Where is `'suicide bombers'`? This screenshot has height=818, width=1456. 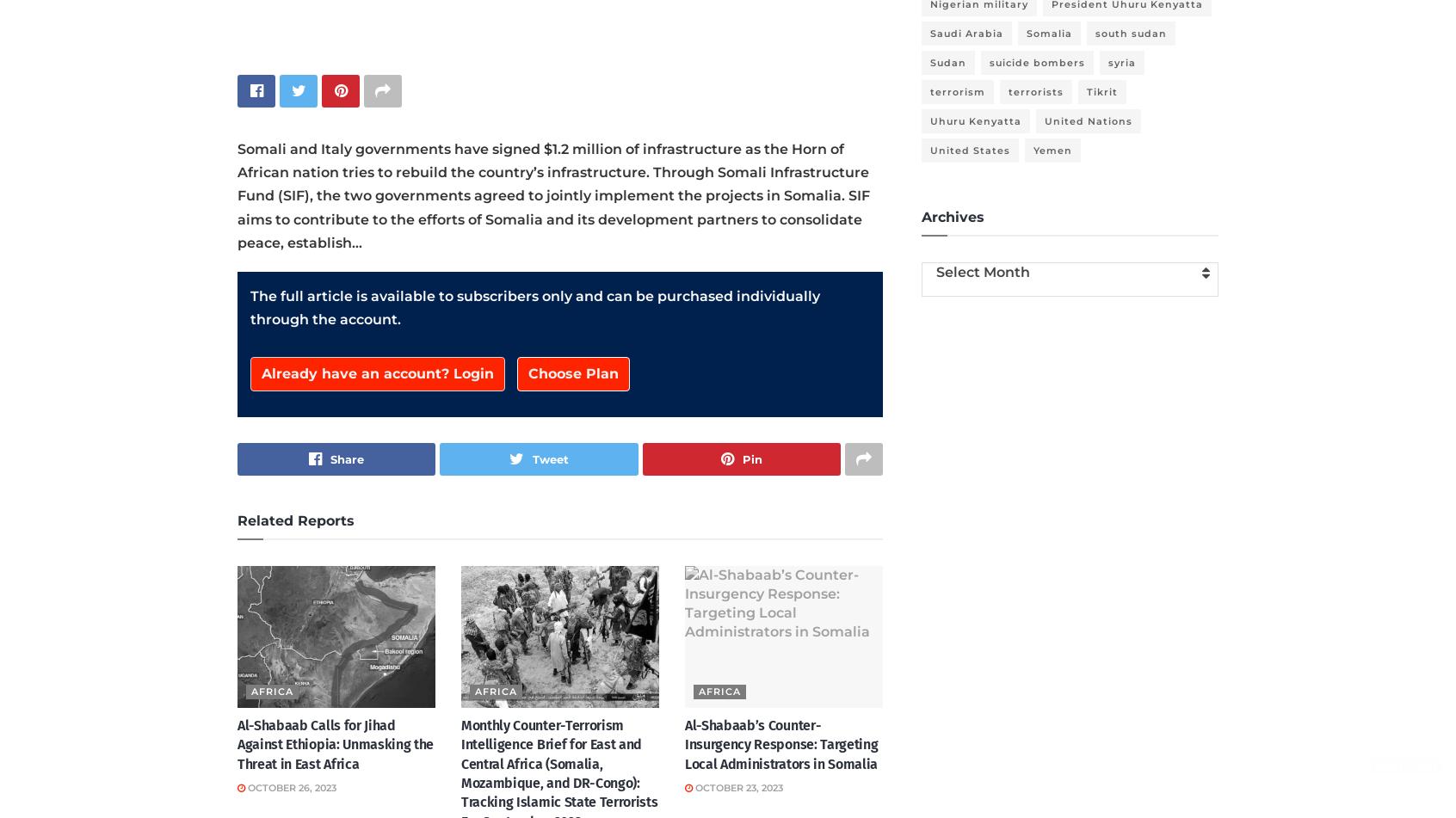 'suicide bombers' is located at coordinates (1037, 63).